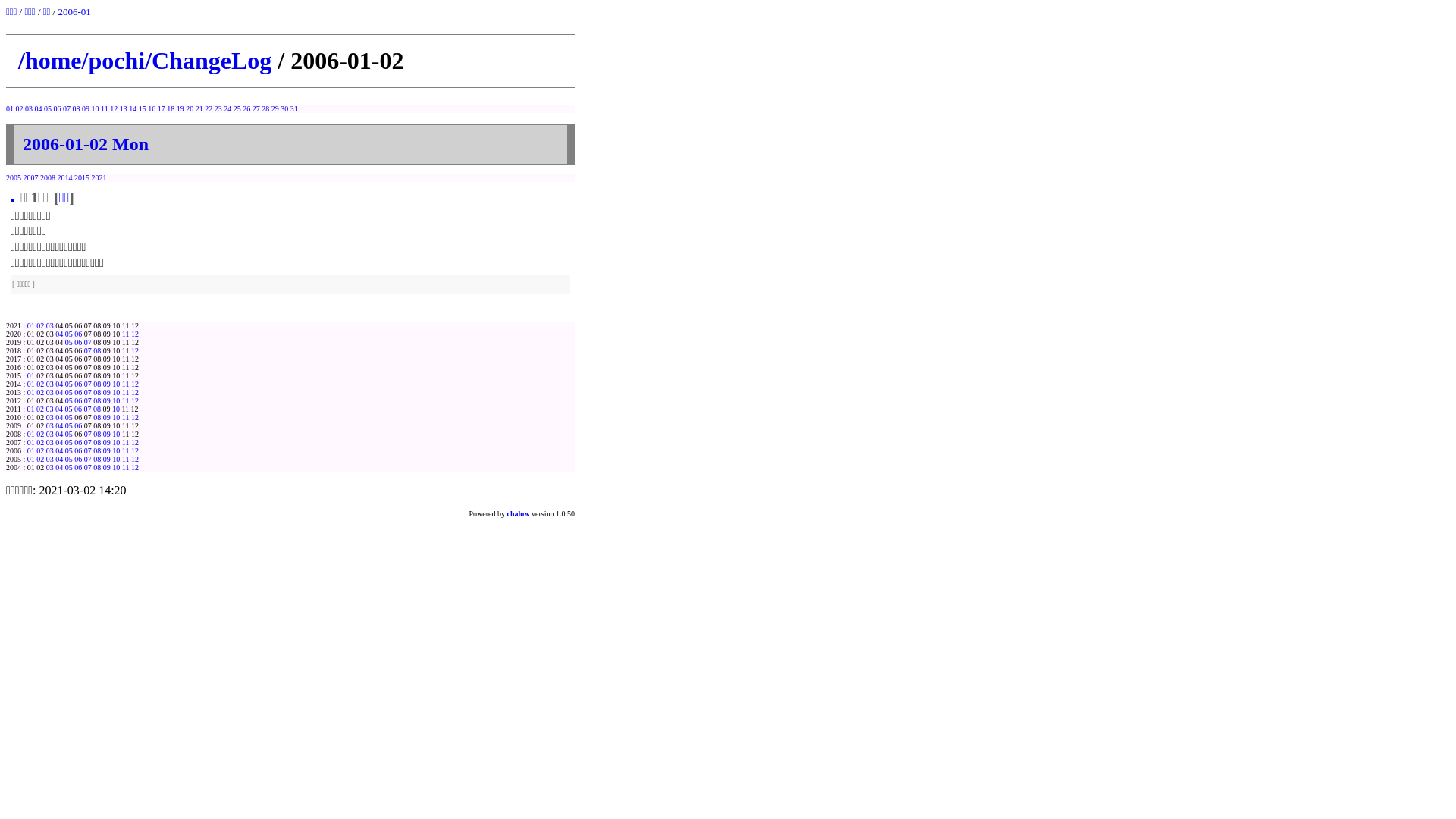 This screenshot has height=819, width=1456. I want to click on '03', so click(46, 383).